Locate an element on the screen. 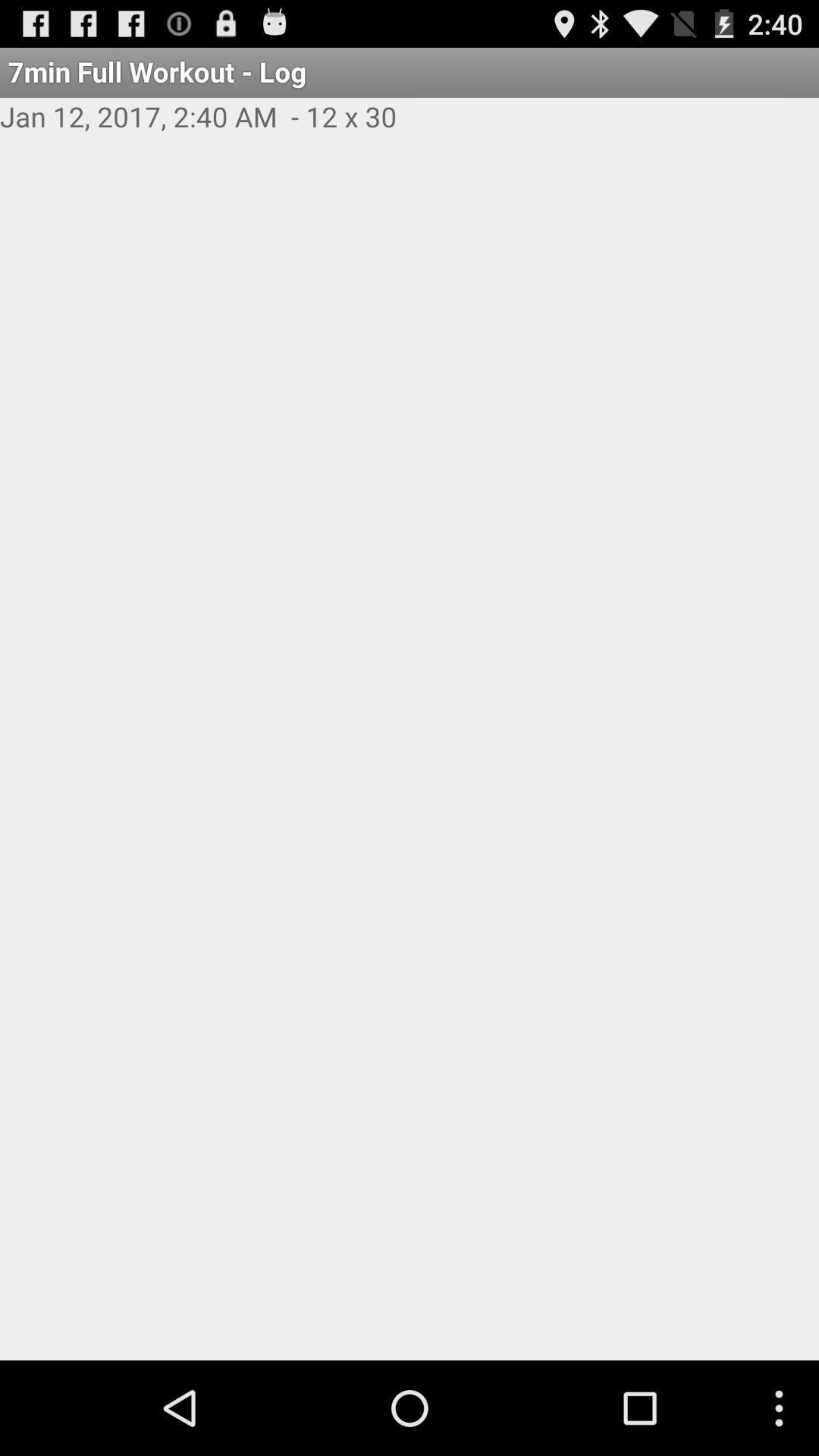 This screenshot has width=819, height=1456. icon below the 7min full workout is located at coordinates (409, 133).